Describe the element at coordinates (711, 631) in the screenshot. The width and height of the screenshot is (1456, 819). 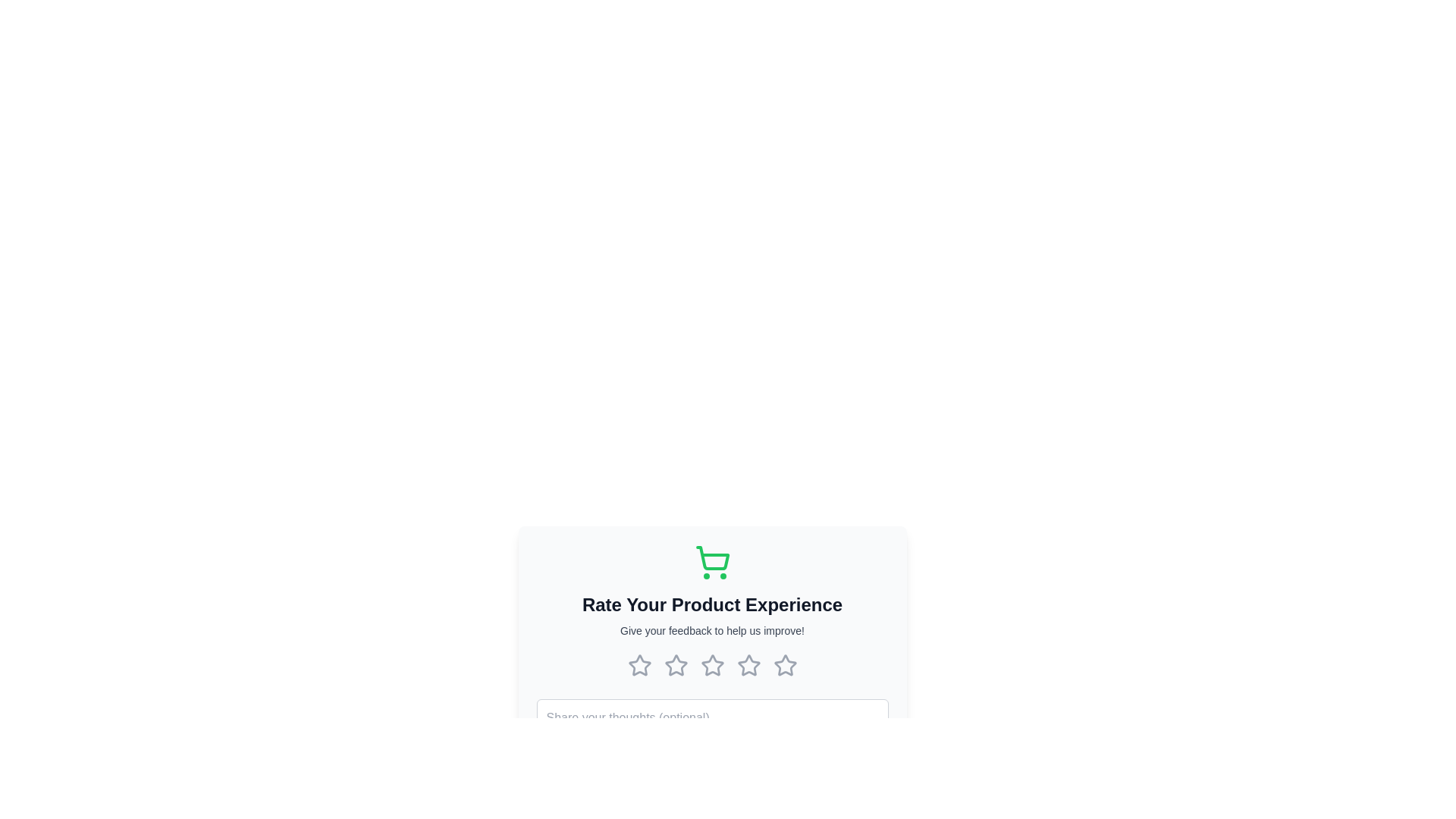
I see `the Static Text Label that prompts users to provide their feedback, located below the header 'Rate Your Product Experience' and above the star rating icons` at that location.